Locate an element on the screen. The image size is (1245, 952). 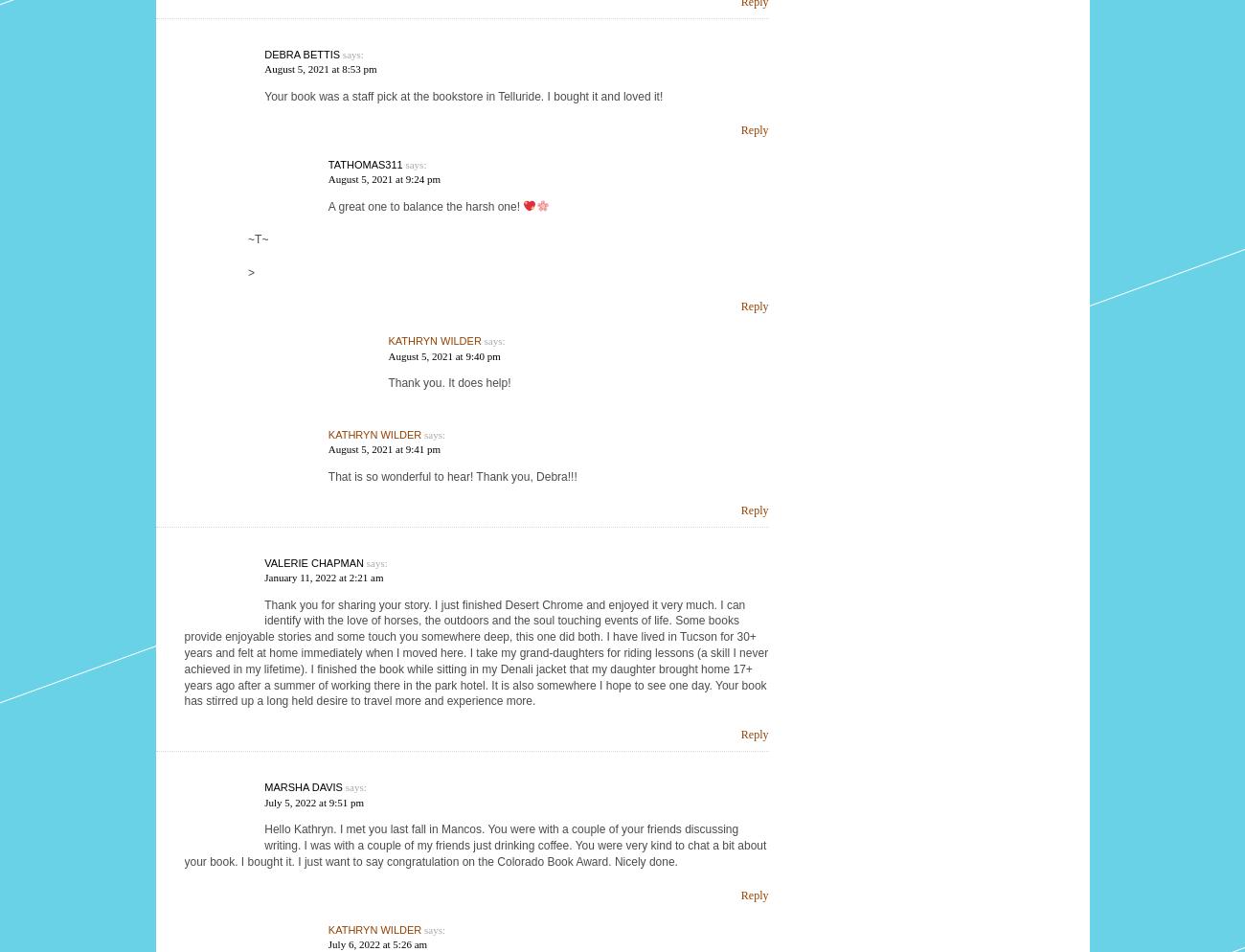
'August 5, 2021 at 8:53 pm' is located at coordinates (319, 68).